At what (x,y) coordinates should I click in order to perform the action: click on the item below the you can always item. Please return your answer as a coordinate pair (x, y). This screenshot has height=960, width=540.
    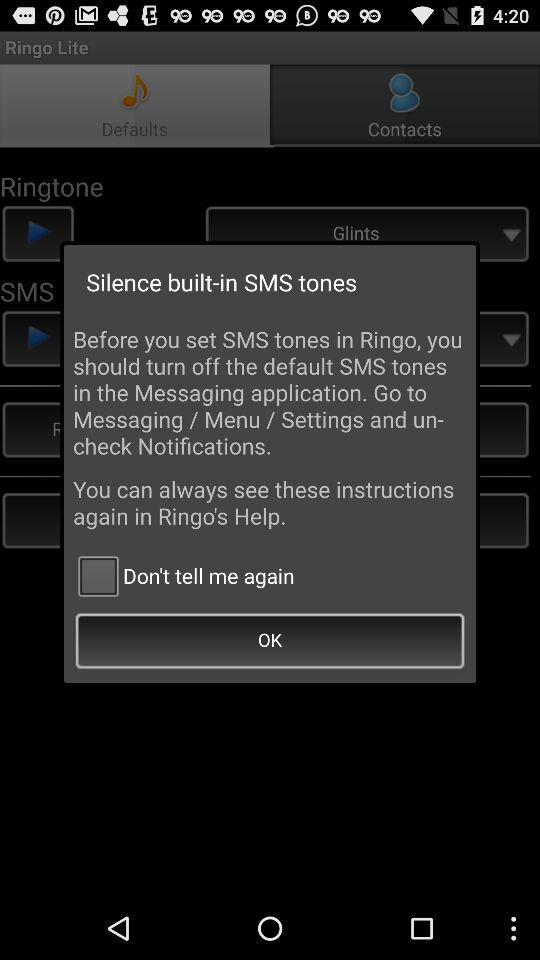
    Looking at the image, I should click on (183, 575).